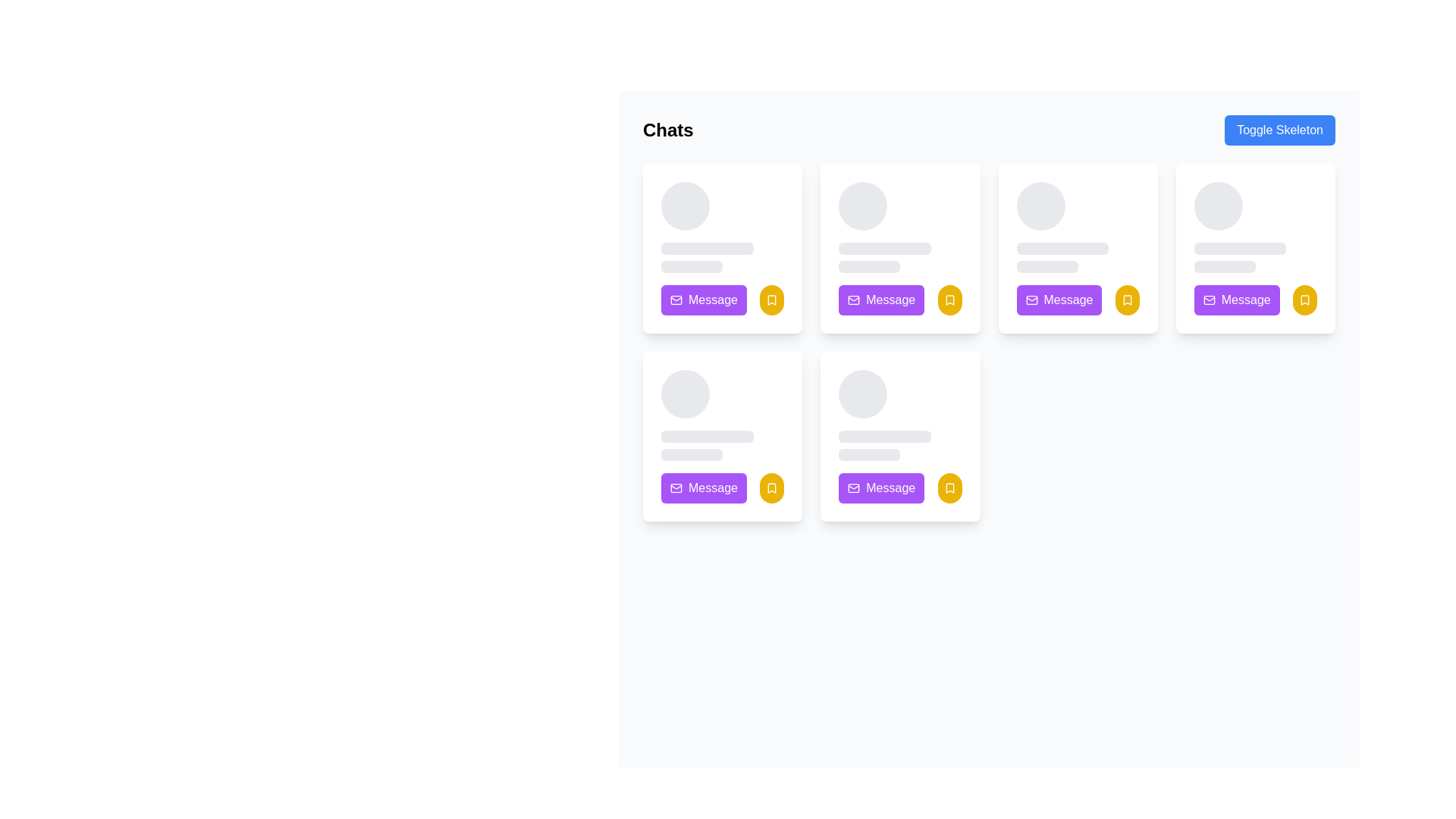 The width and height of the screenshot is (1456, 819). Describe the element at coordinates (772, 300) in the screenshot. I see `the bookmark-shaped button located on the right side of the 'Message' button in the top row of the grid under the 'Chats' heading` at that location.